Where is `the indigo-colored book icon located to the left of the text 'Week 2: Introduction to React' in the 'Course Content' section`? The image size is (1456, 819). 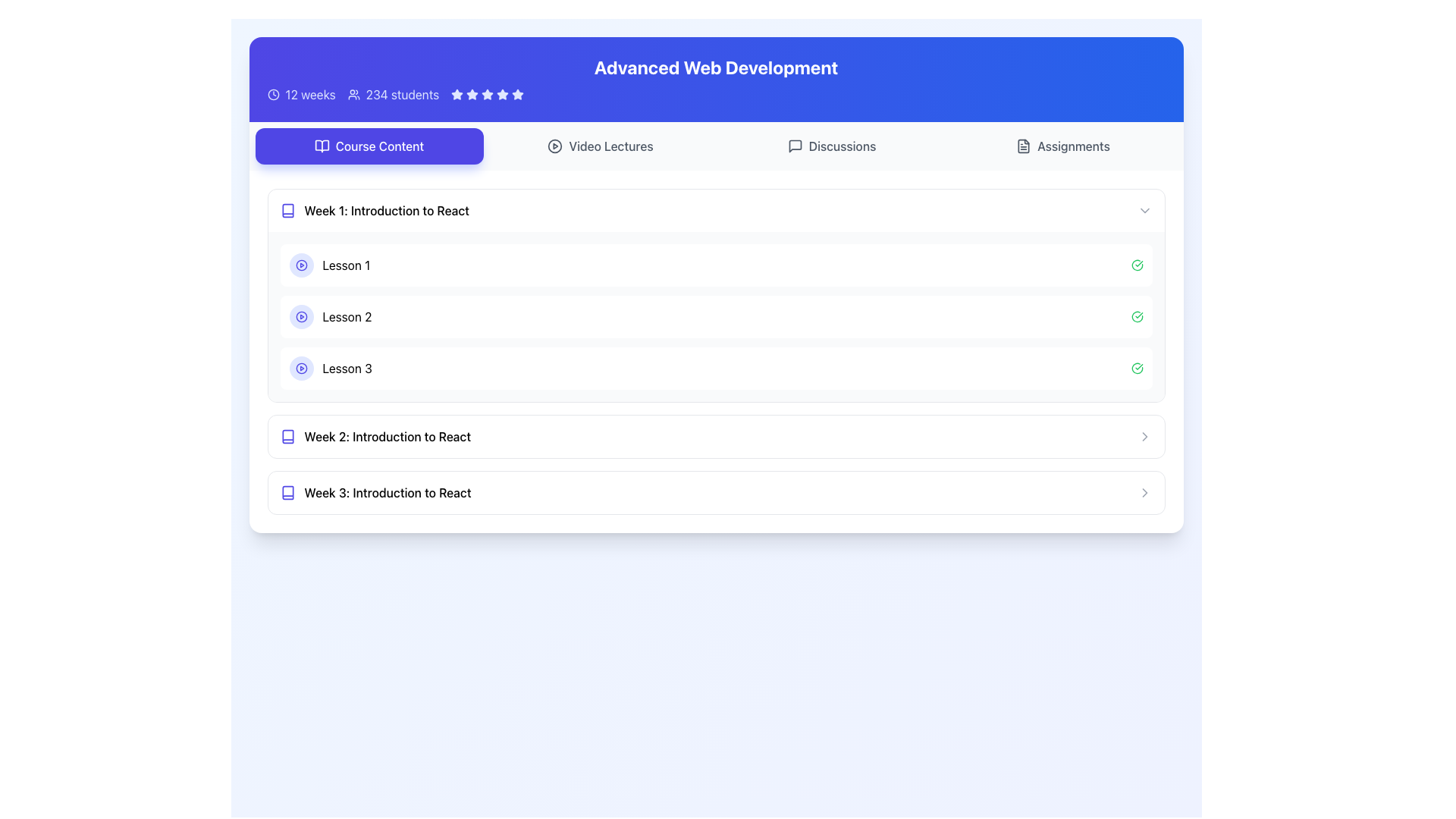 the indigo-colored book icon located to the left of the text 'Week 2: Introduction to React' in the 'Course Content' section is located at coordinates (287, 436).